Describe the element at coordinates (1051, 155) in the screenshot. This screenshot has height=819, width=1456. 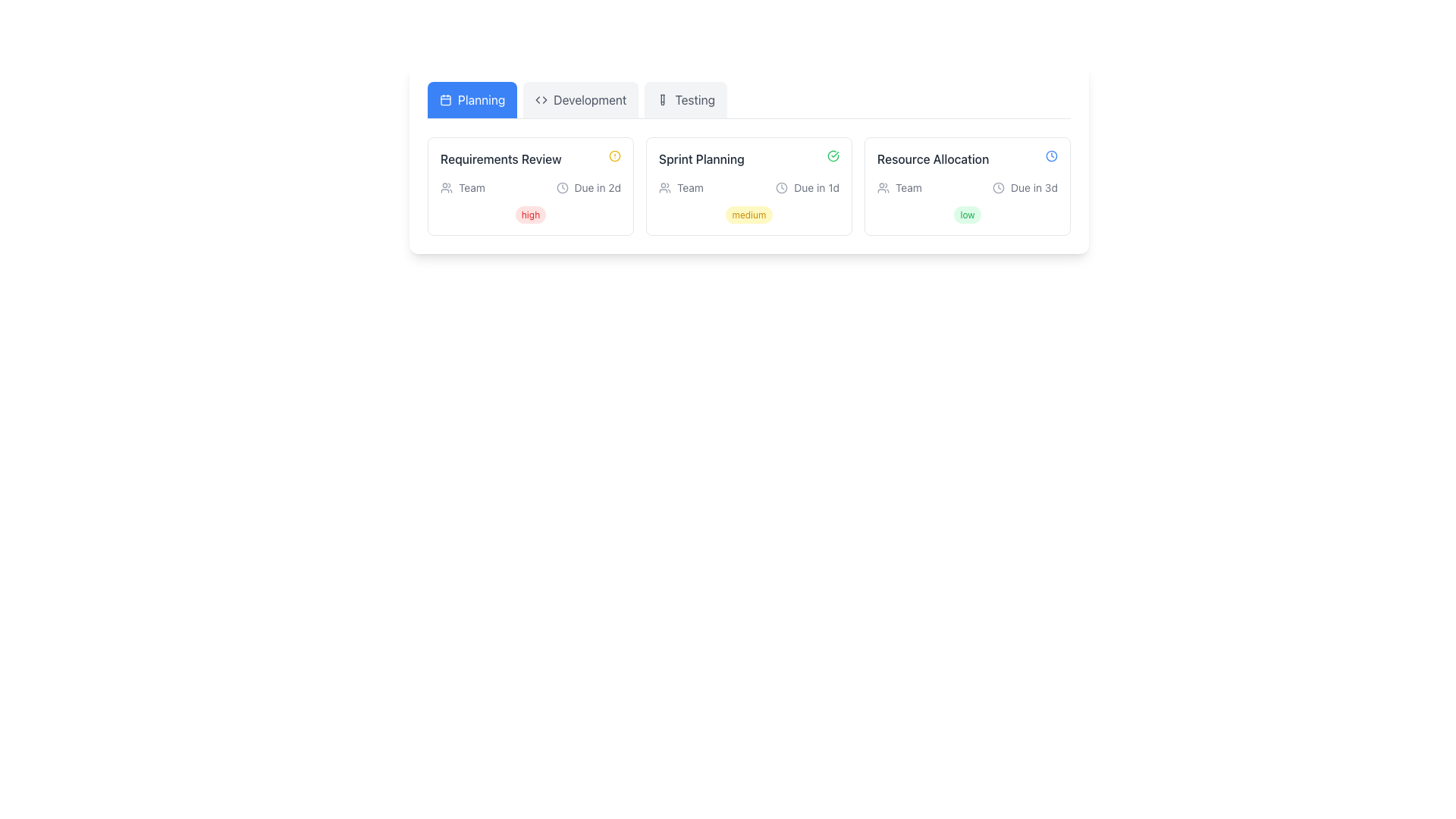
I see `the time-related icon located at the top-right corner of the 'Resource Allocation' card, directly to the right of the card title text` at that location.